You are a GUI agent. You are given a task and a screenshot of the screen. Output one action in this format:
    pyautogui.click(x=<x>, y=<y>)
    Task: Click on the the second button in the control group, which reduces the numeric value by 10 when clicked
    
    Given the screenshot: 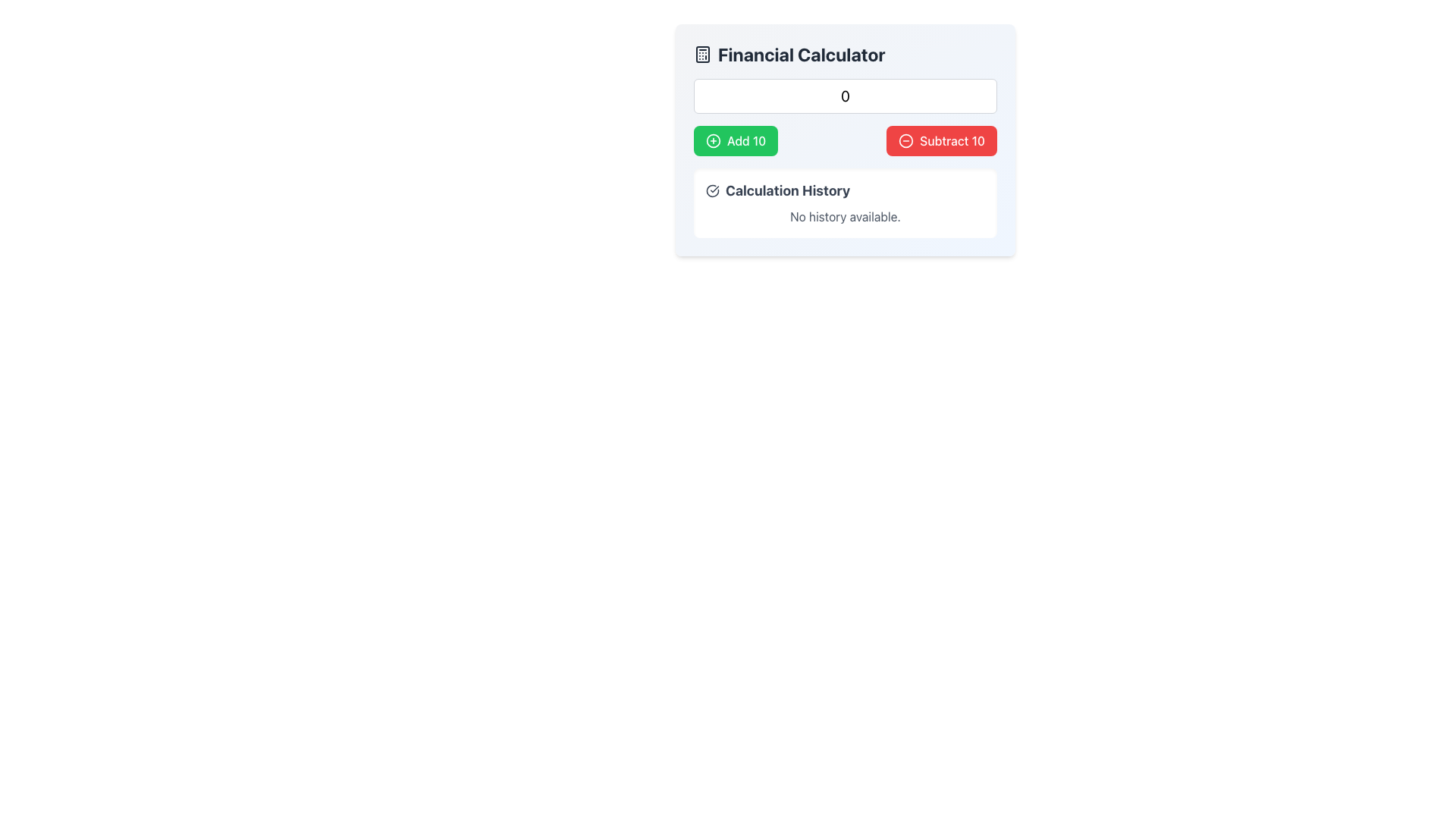 What is the action you would take?
    pyautogui.click(x=941, y=140)
    